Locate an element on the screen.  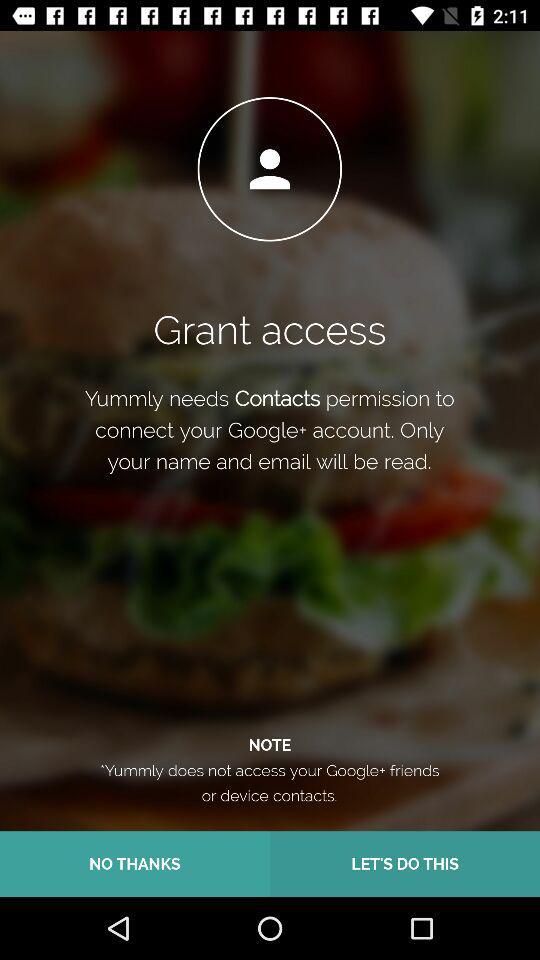
the no thanks is located at coordinates (135, 863).